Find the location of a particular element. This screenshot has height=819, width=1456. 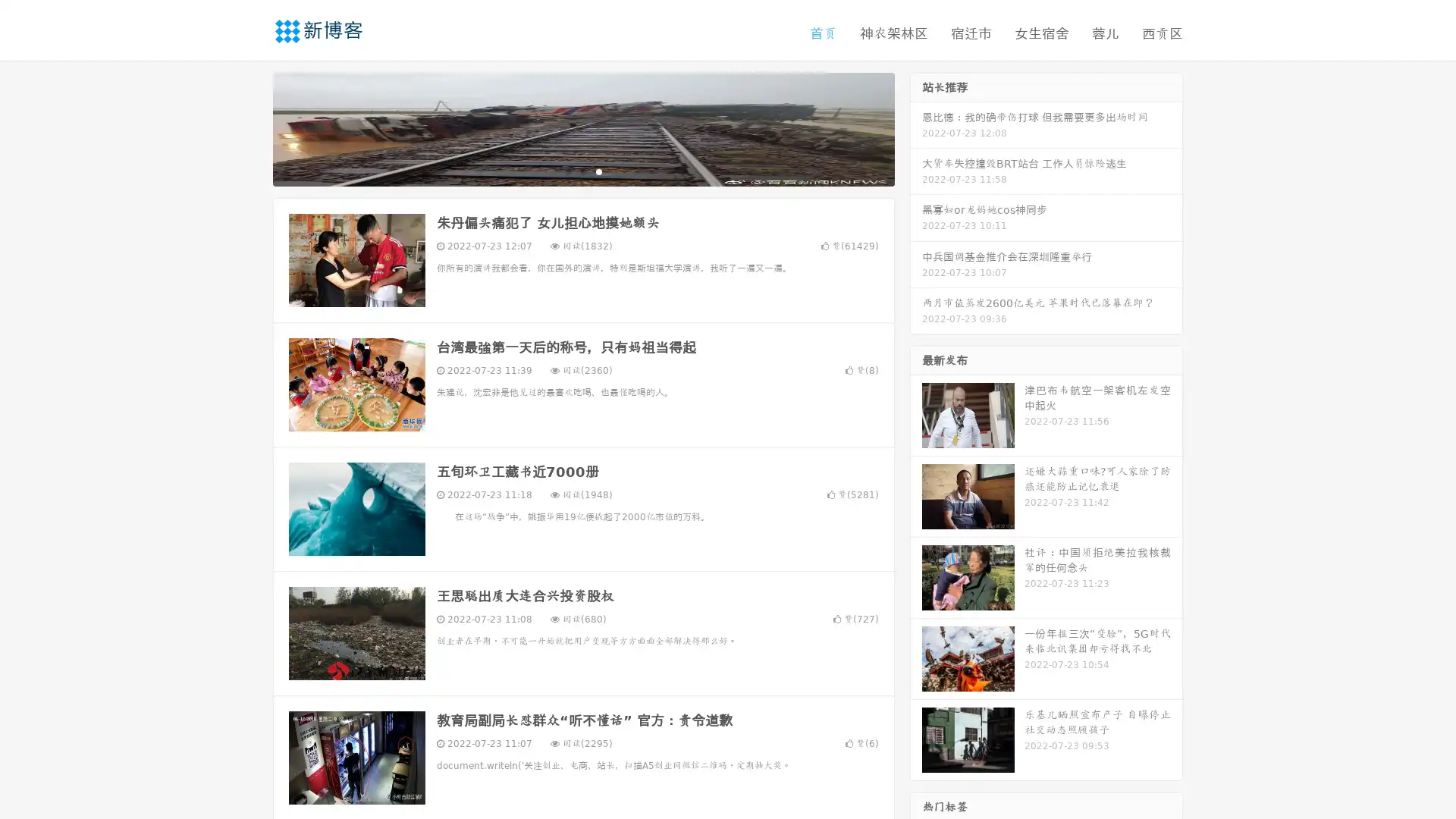

Next slide is located at coordinates (916, 127).